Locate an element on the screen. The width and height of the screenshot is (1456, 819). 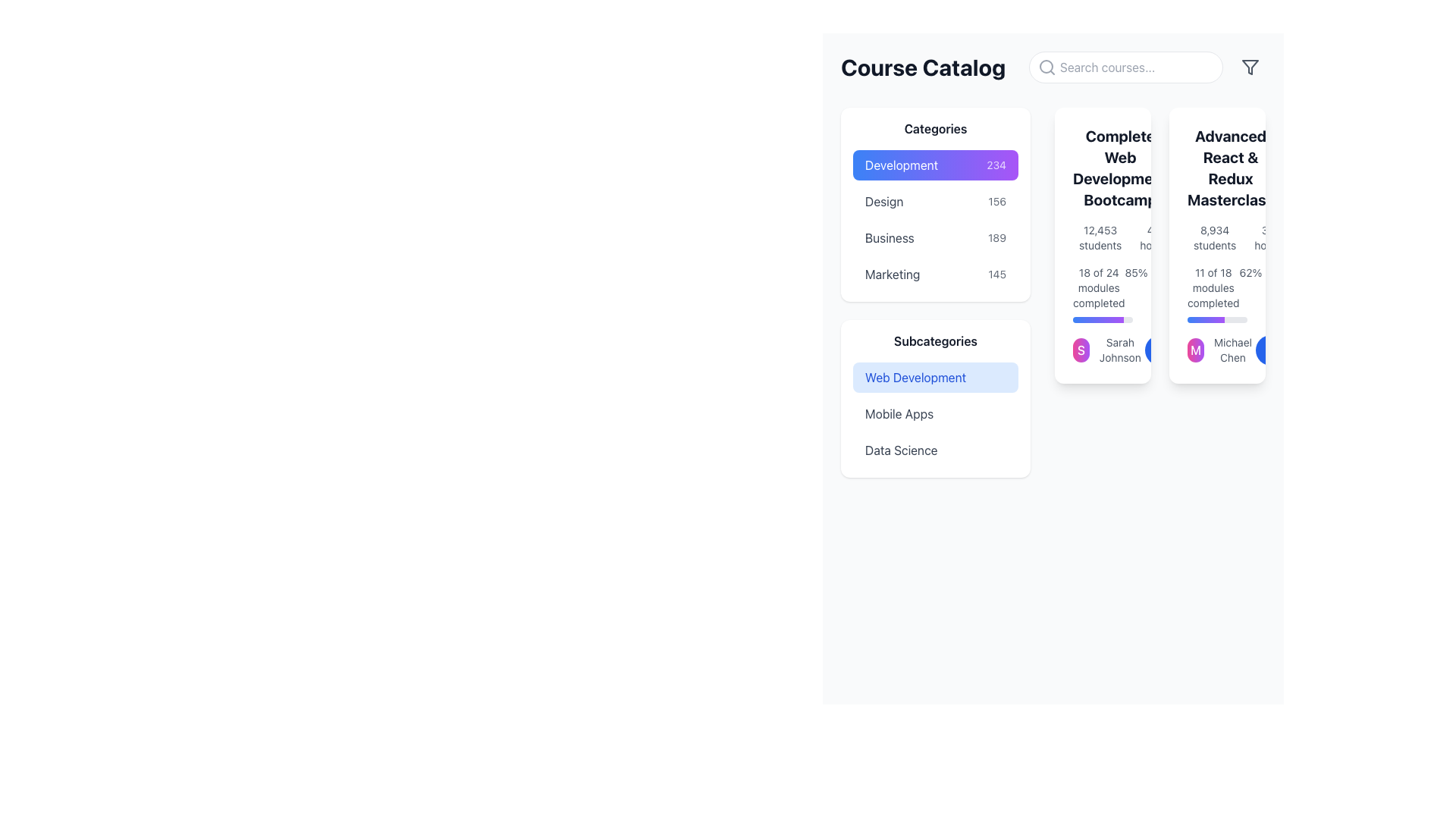
the Avatar icon representing 'Michael Chen' located to the left of the name in the top-right section of the 'Advanced React & Redux Masterclass' card is located at coordinates (1194, 350).